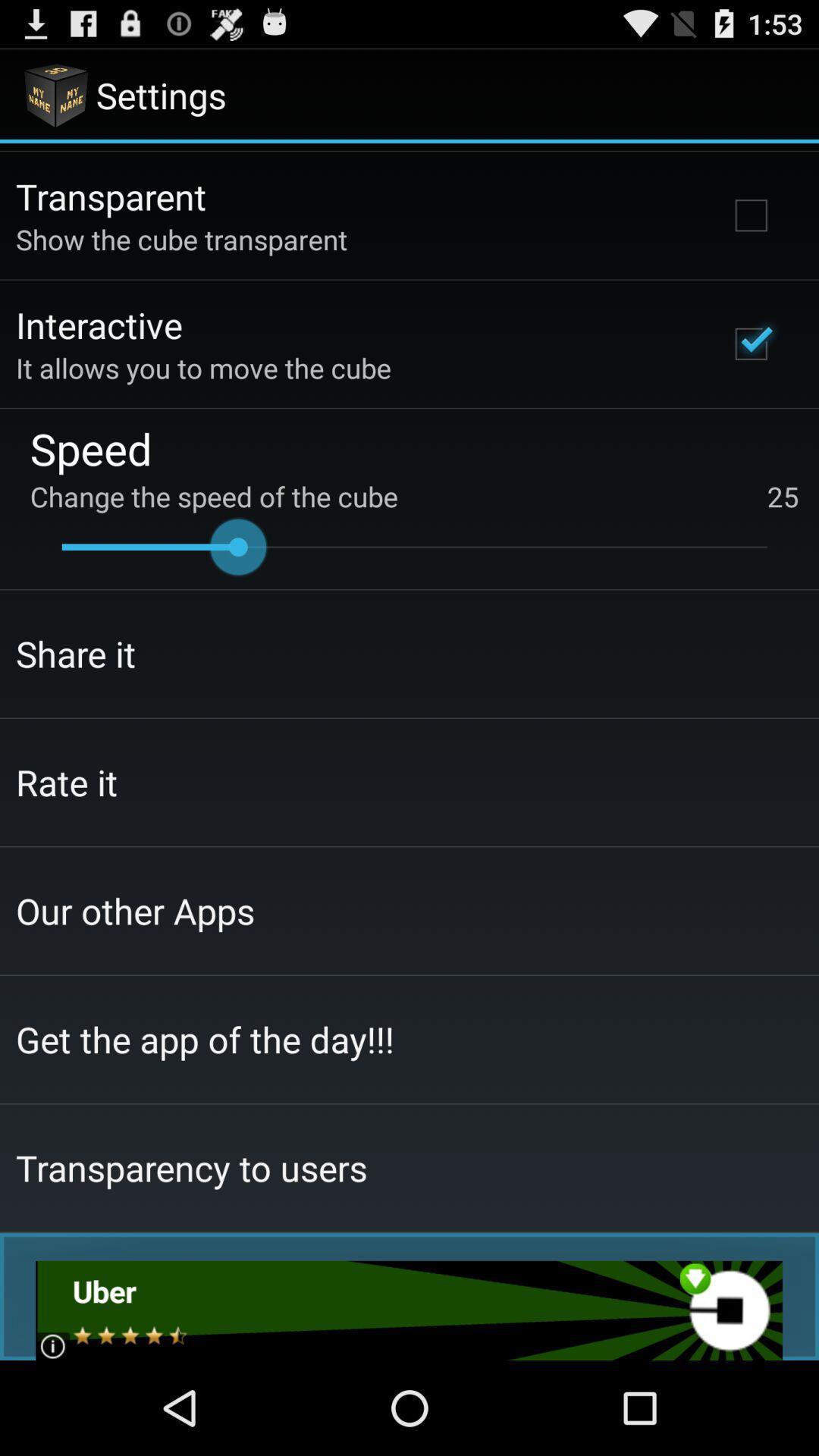  Describe the element at coordinates (408, 1310) in the screenshot. I see `the item below transparency to users icon` at that location.